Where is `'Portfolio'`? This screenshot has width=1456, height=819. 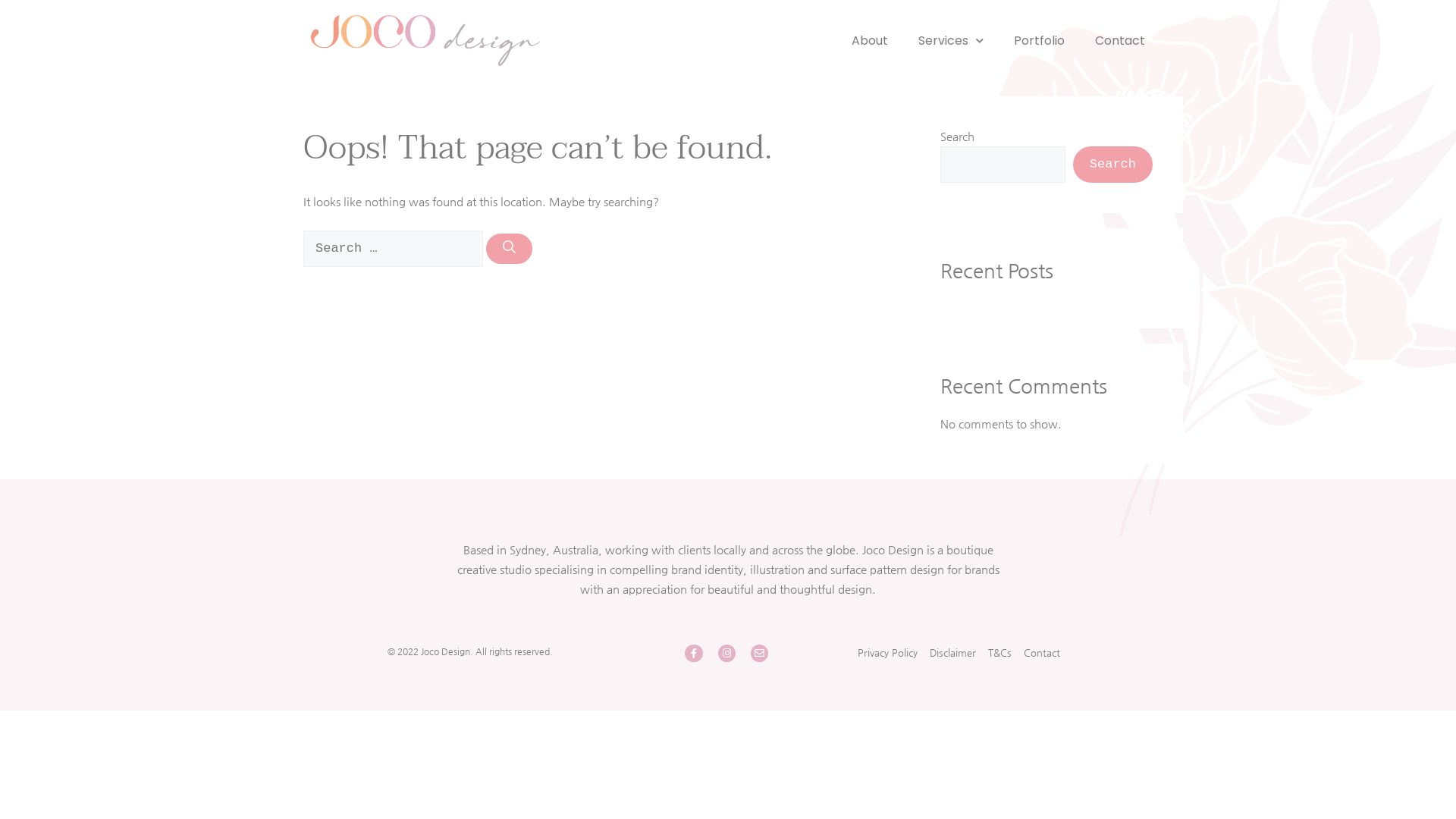 'Portfolio' is located at coordinates (1038, 40).